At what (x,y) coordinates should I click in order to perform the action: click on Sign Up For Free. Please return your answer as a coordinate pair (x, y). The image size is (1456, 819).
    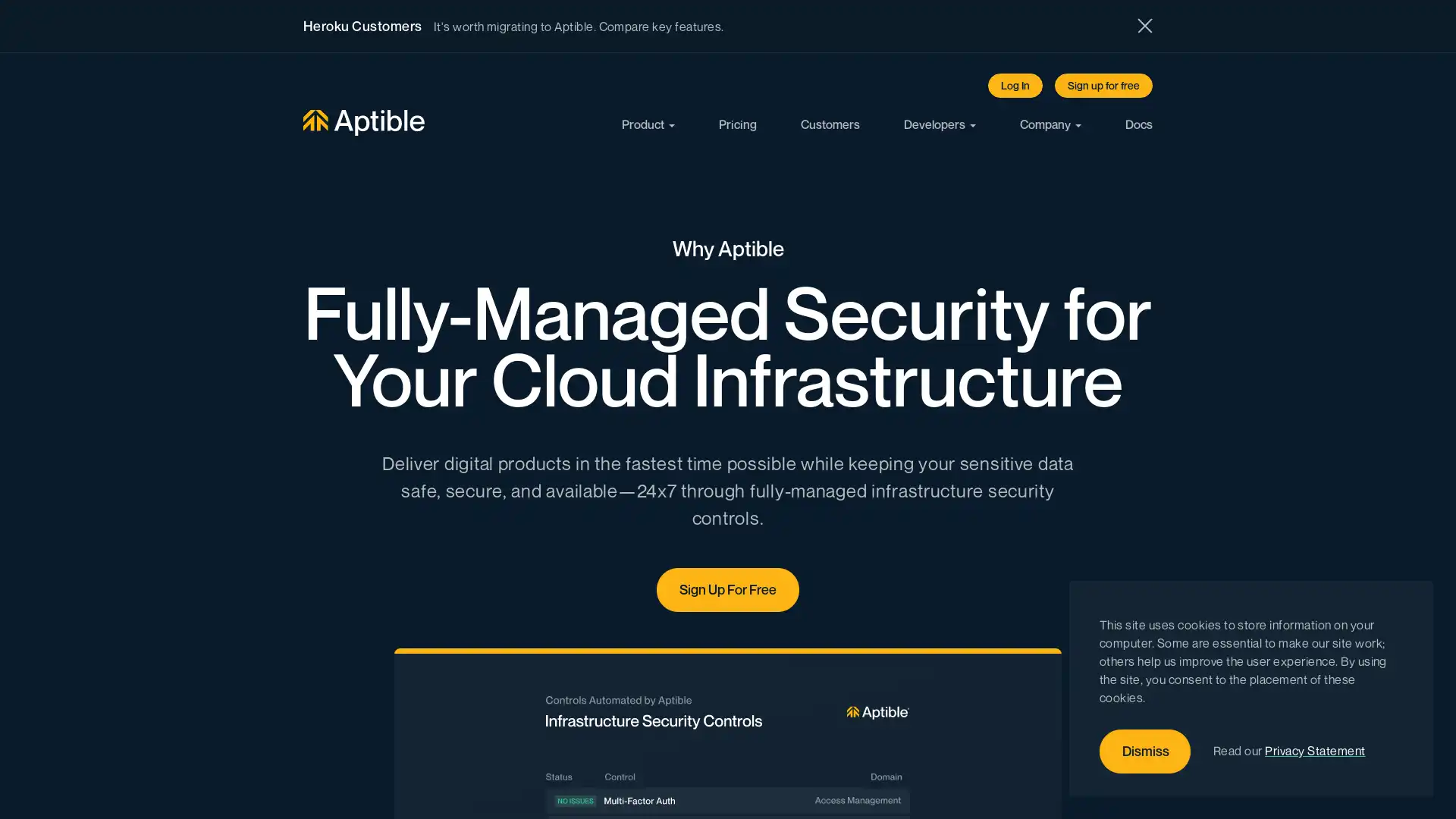
    Looking at the image, I should click on (728, 588).